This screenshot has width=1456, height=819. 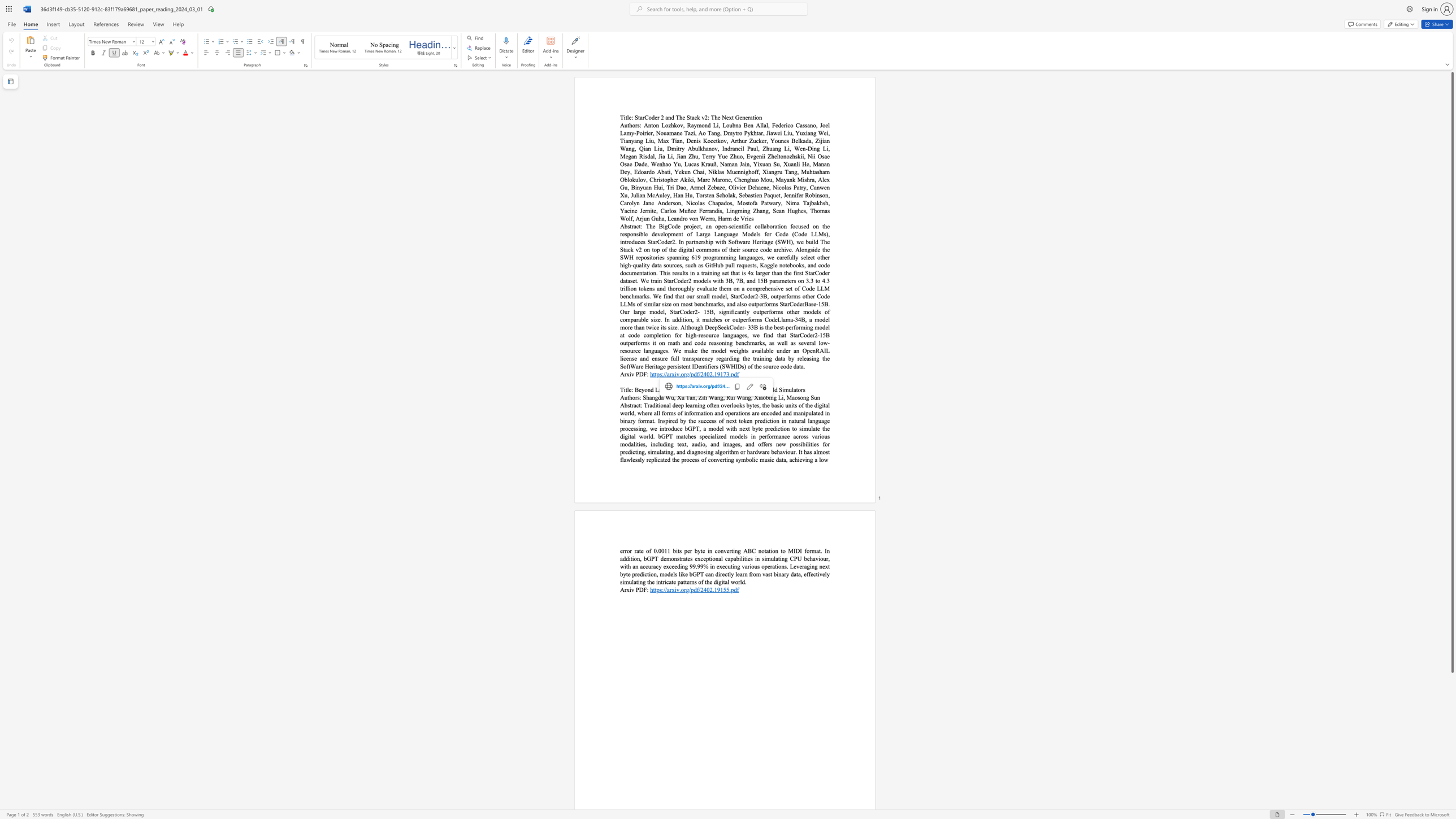 What do you see at coordinates (816, 397) in the screenshot?
I see `the 1th character "u" in the text` at bounding box center [816, 397].